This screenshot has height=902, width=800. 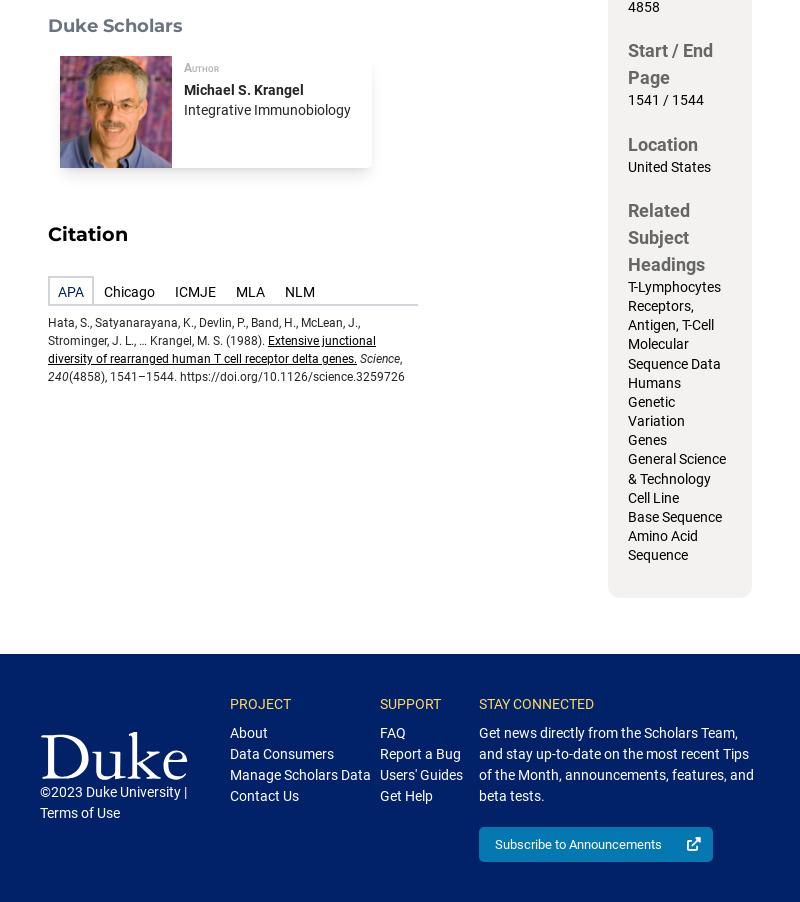 What do you see at coordinates (243, 89) in the screenshot?
I see `'Michael S. Krangel'` at bounding box center [243, 89].